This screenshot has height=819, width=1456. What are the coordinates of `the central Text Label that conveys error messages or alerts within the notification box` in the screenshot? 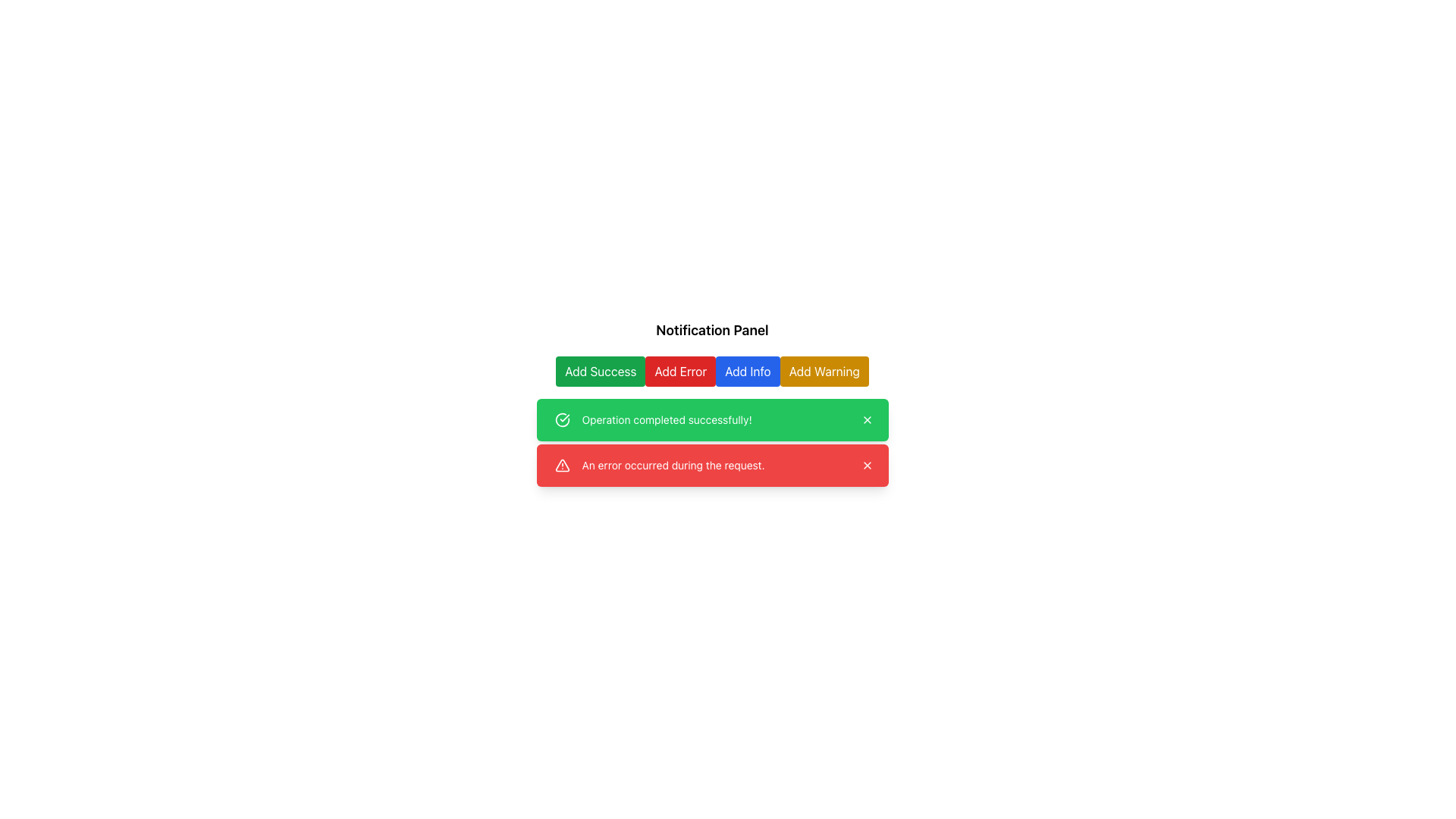 It's located at (673, 464).